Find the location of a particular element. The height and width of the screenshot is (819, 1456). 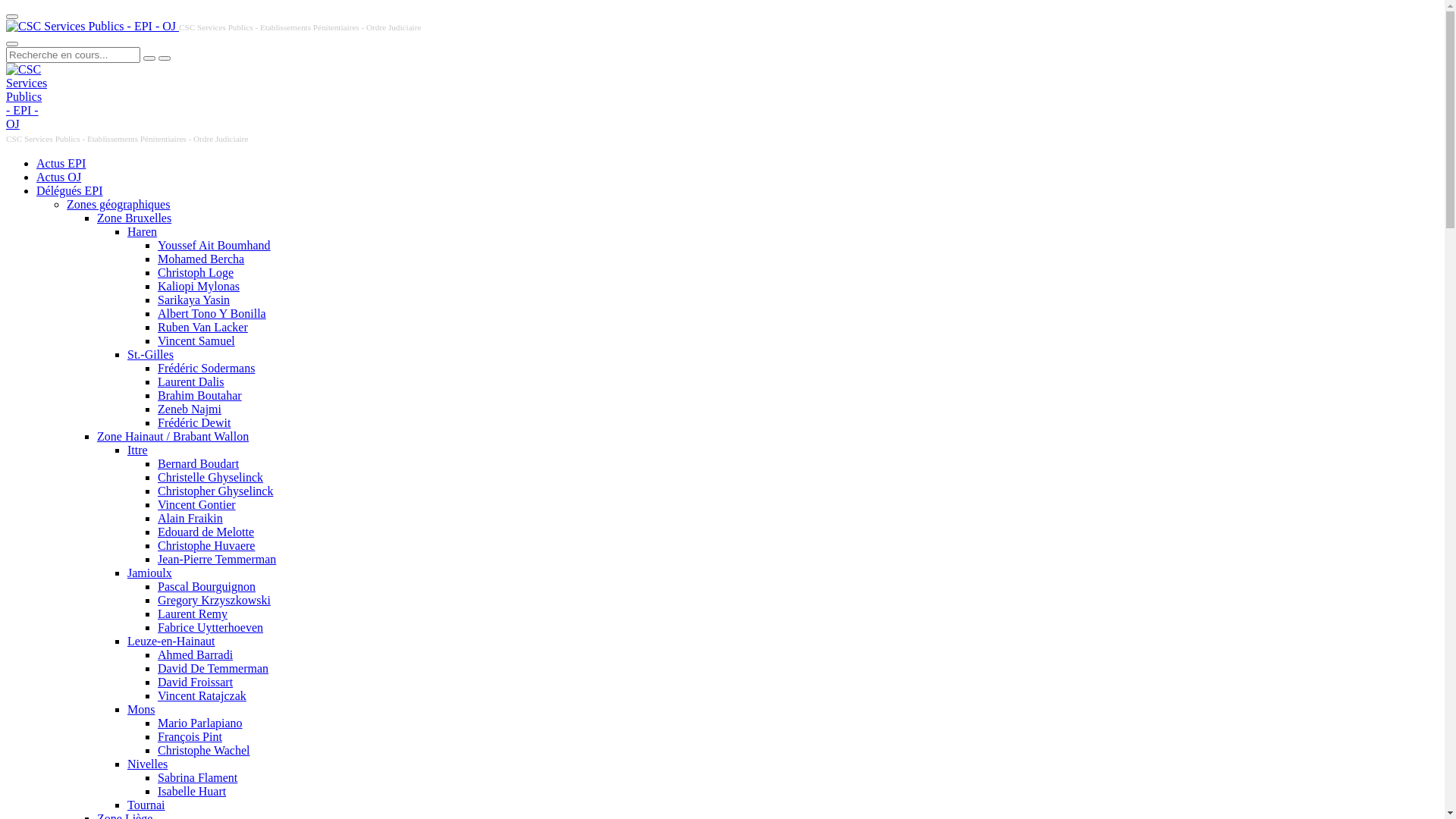

'Ruben Van Lacker' is located at coordinates (202, 326).